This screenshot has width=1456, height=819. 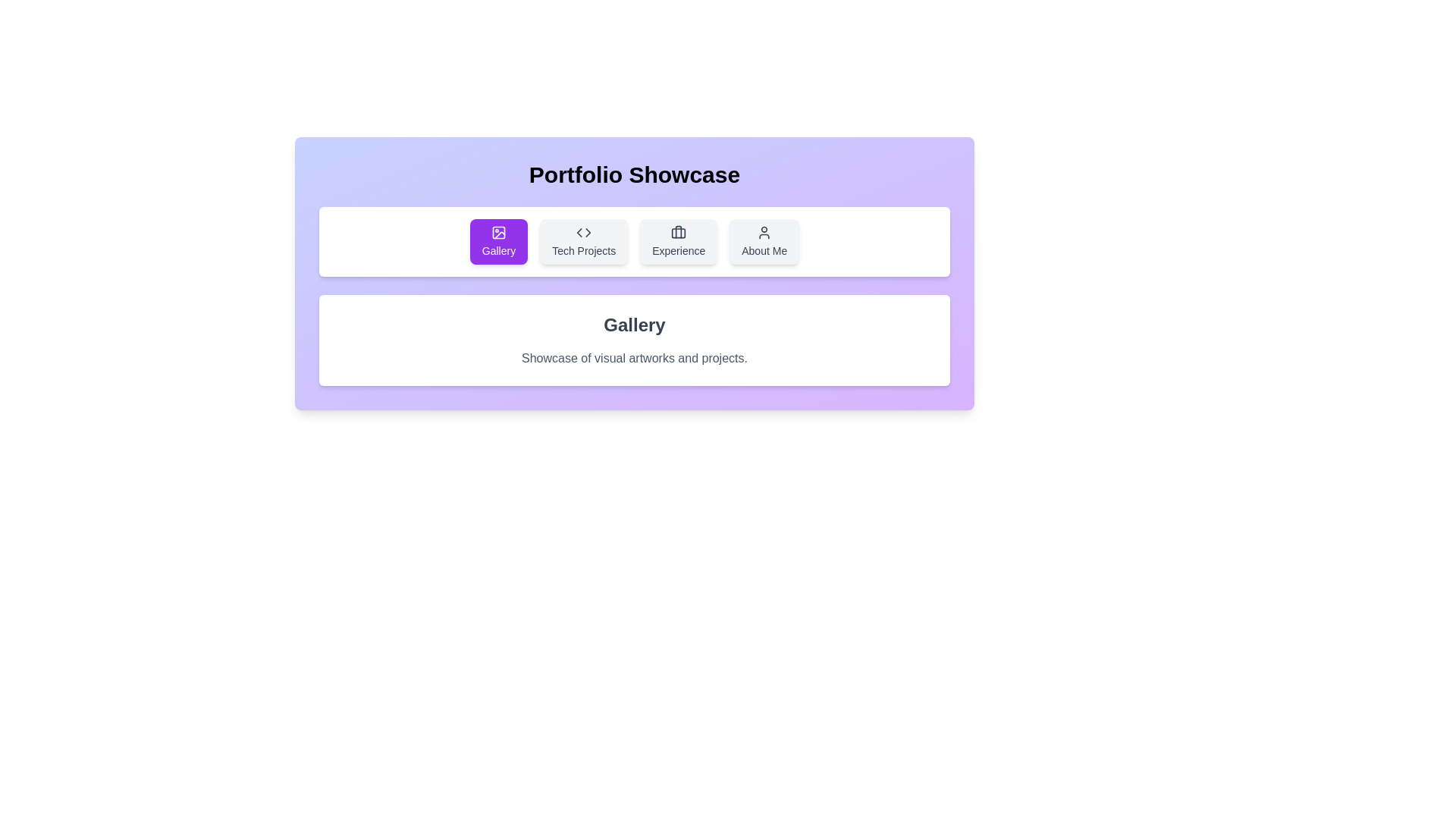 I want to click on the tab labeled 'Tech Projects', so click(x=583, y=241).